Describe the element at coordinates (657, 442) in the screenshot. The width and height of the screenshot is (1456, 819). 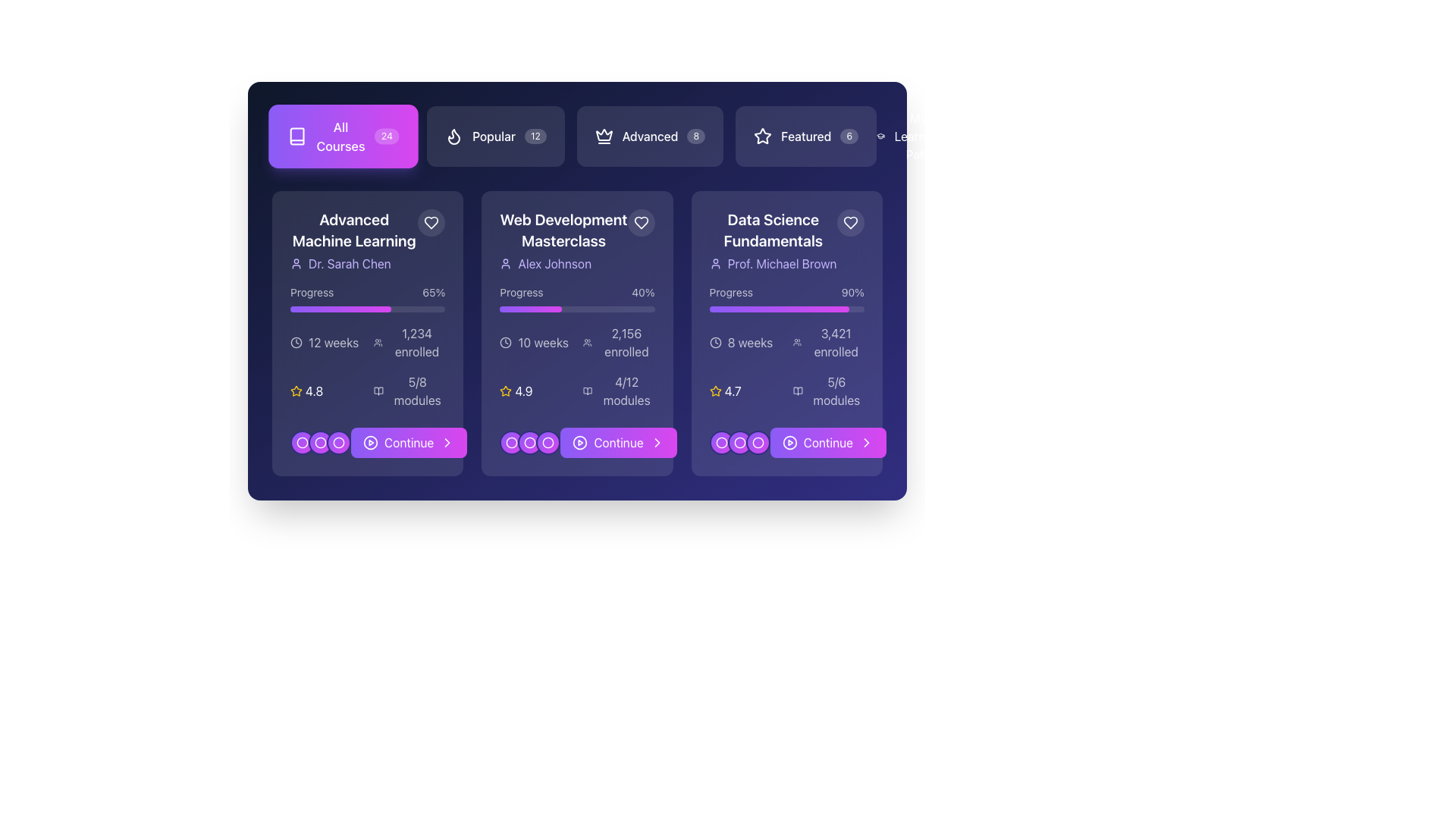
I see `the right-pointing chevron icon located at the bottom-right corner of the 'Data Science Fundamentals' course card` at that location.